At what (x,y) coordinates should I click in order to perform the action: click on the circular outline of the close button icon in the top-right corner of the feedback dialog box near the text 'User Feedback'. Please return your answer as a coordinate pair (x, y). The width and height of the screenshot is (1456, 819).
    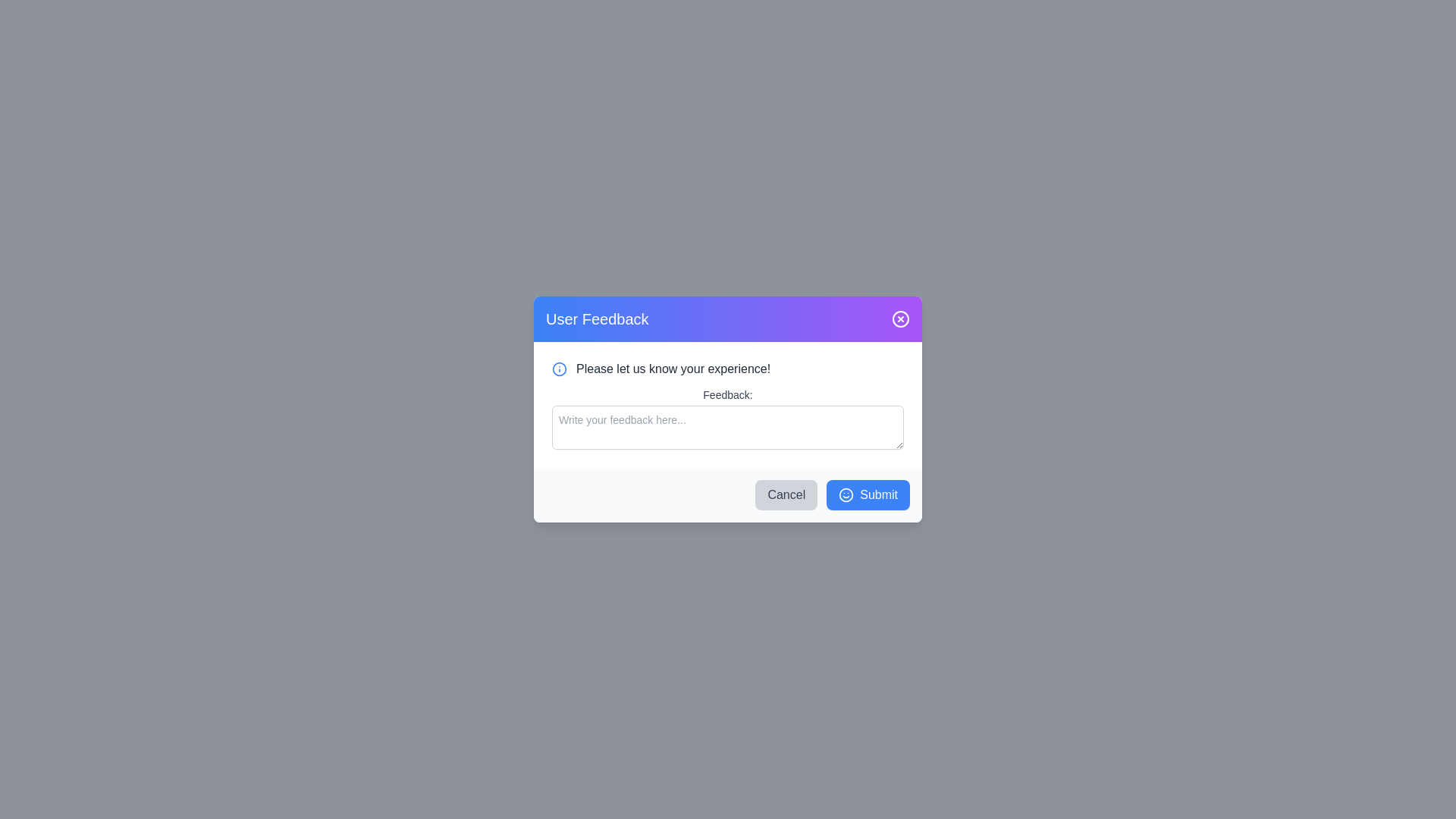
    Looking at the image, I should click on (901, 318).